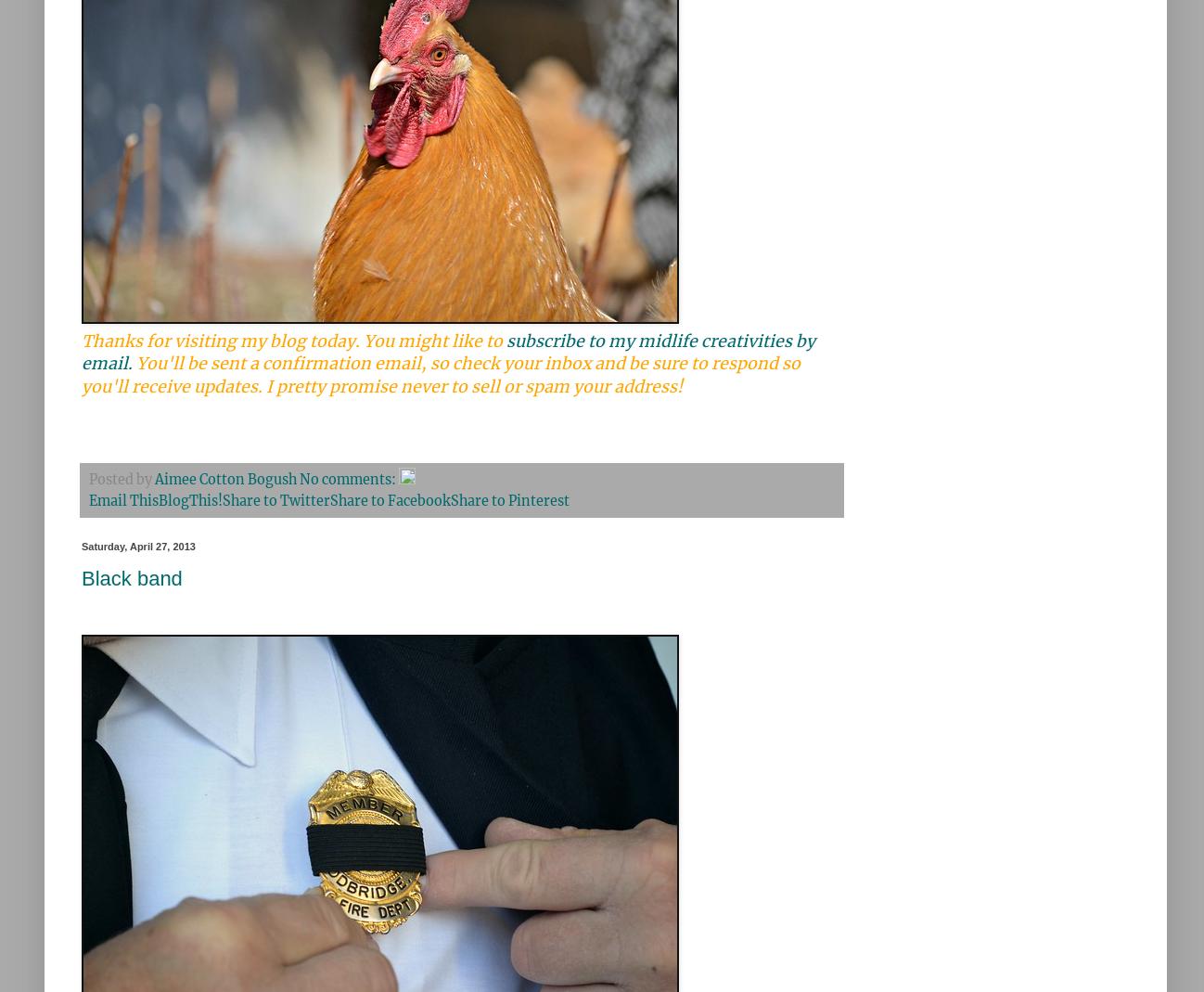 The height and width of the screenshot is (992, 1204). I want to click on 'BlogThis!', so click(190, 499).